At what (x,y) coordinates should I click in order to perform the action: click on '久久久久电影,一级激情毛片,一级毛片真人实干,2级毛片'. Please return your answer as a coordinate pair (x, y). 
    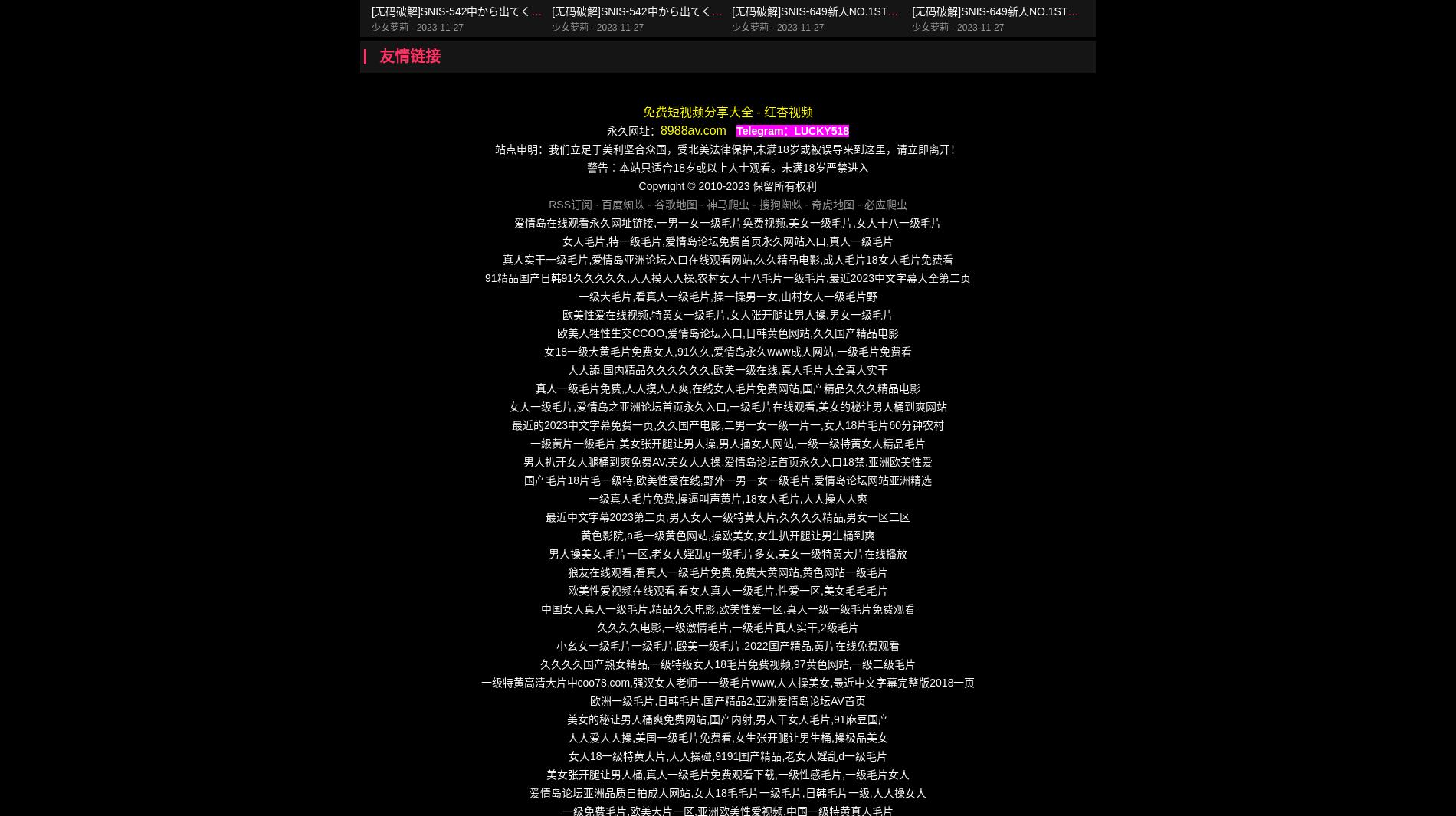
    Looking at the image, I should click on (726, 627).